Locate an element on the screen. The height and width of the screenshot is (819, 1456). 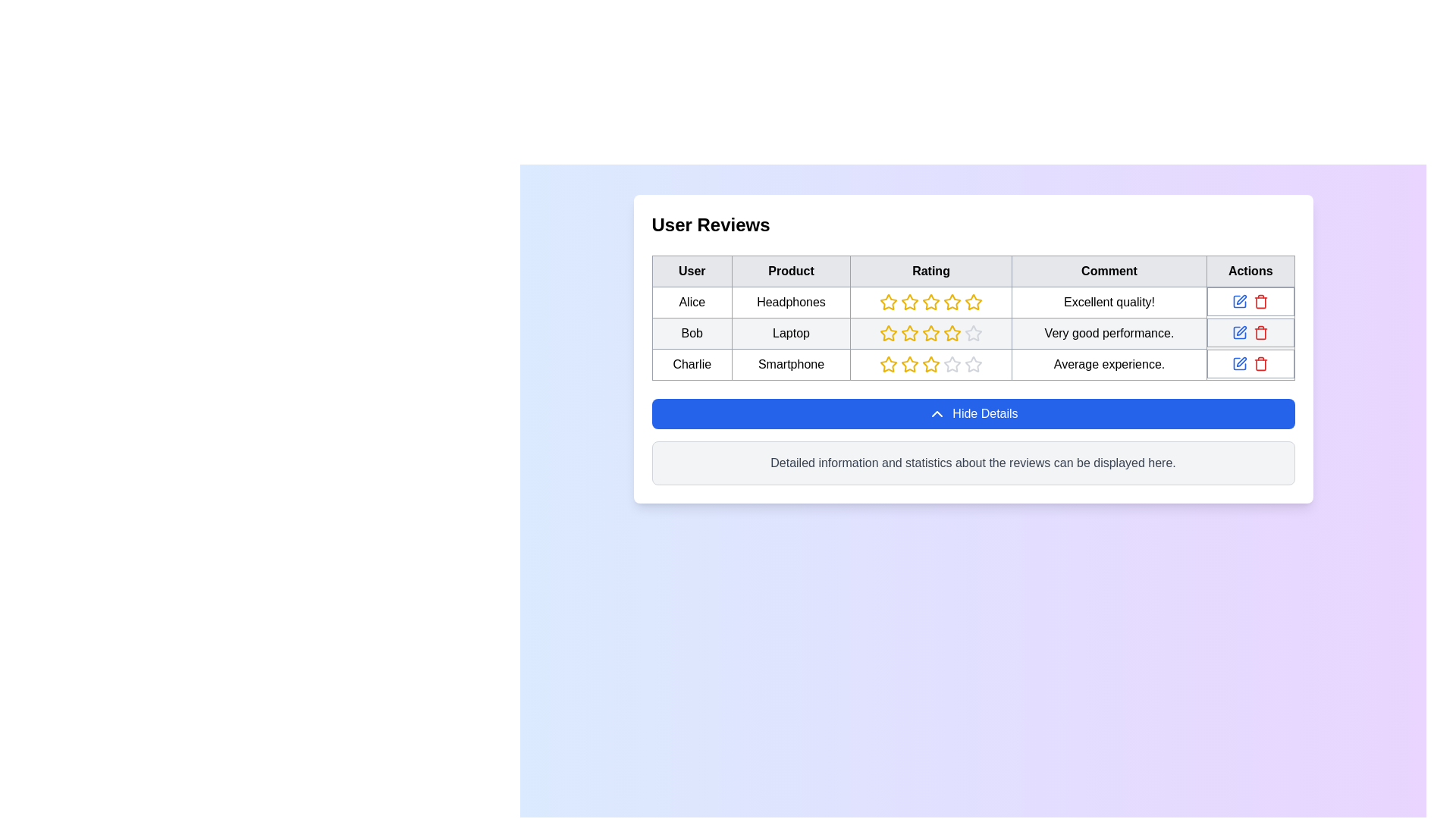
the third star icon with a yellow outline in the last row of the rating column to reflect a rating for the 'Charlie' user entry is located at coordinates (930, 363).